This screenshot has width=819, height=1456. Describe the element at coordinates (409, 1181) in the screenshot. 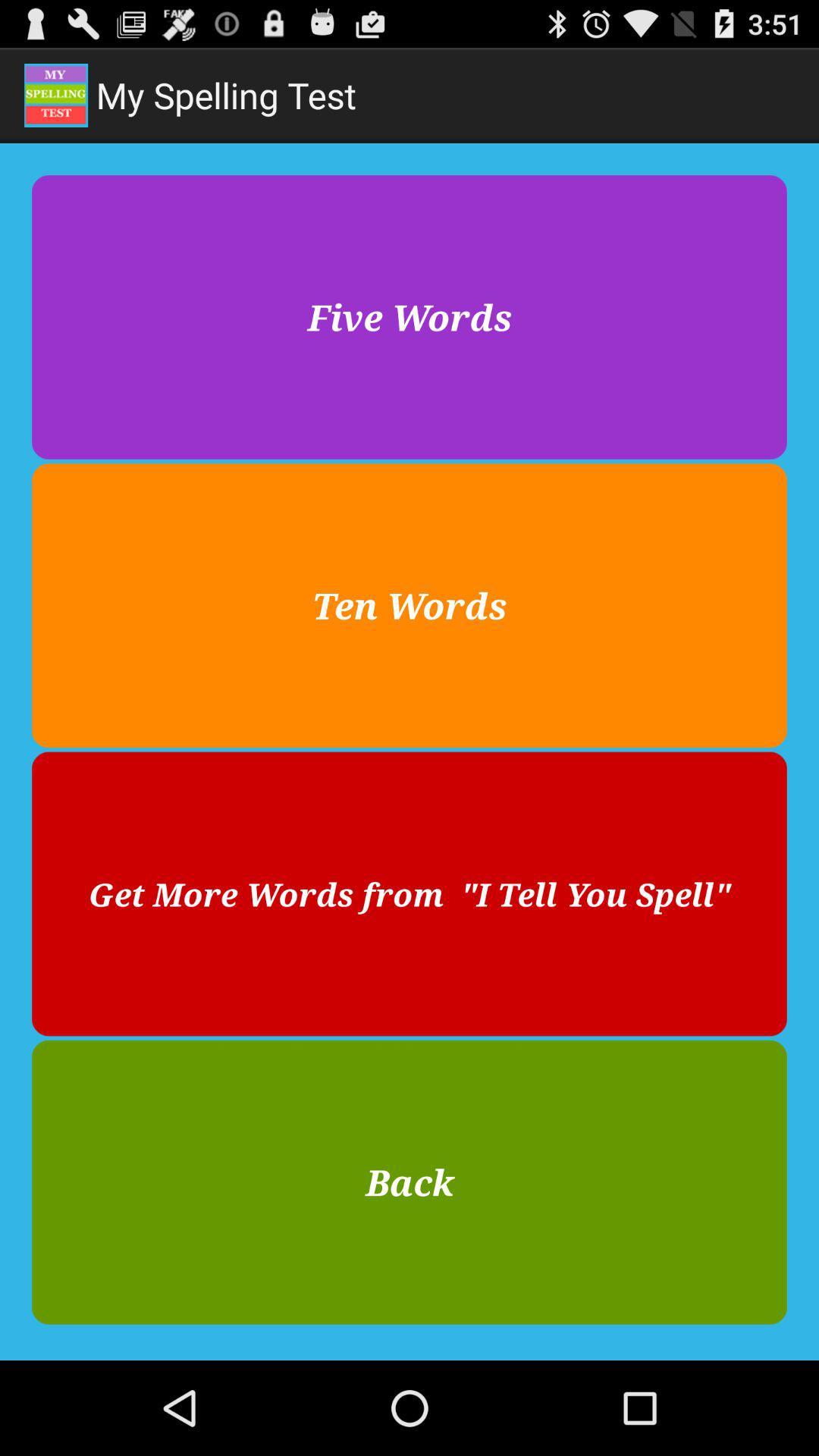

I see `item at the bottom` at that location.